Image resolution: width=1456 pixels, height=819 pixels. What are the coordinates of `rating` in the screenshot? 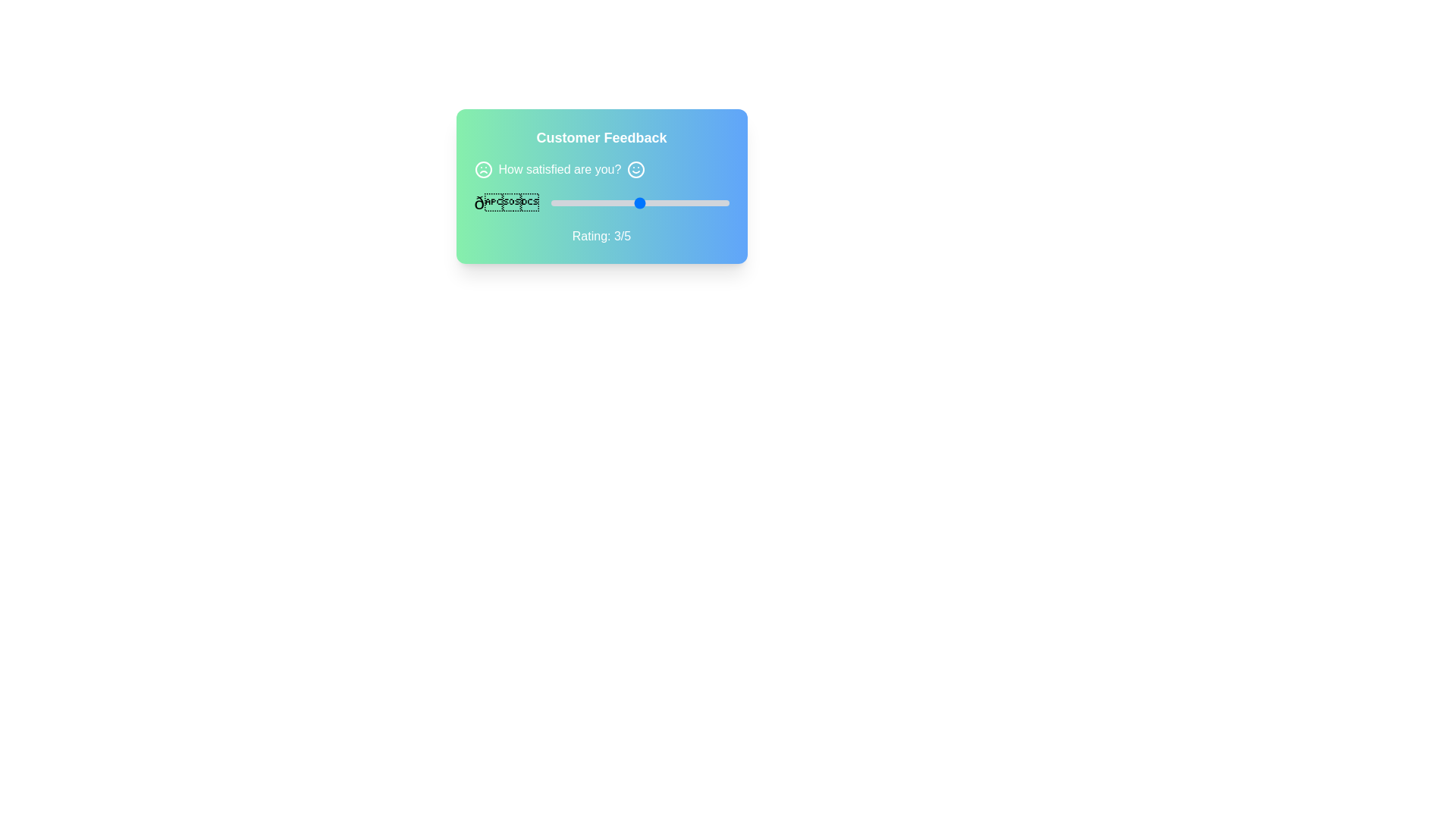 It's located at (550, 202).